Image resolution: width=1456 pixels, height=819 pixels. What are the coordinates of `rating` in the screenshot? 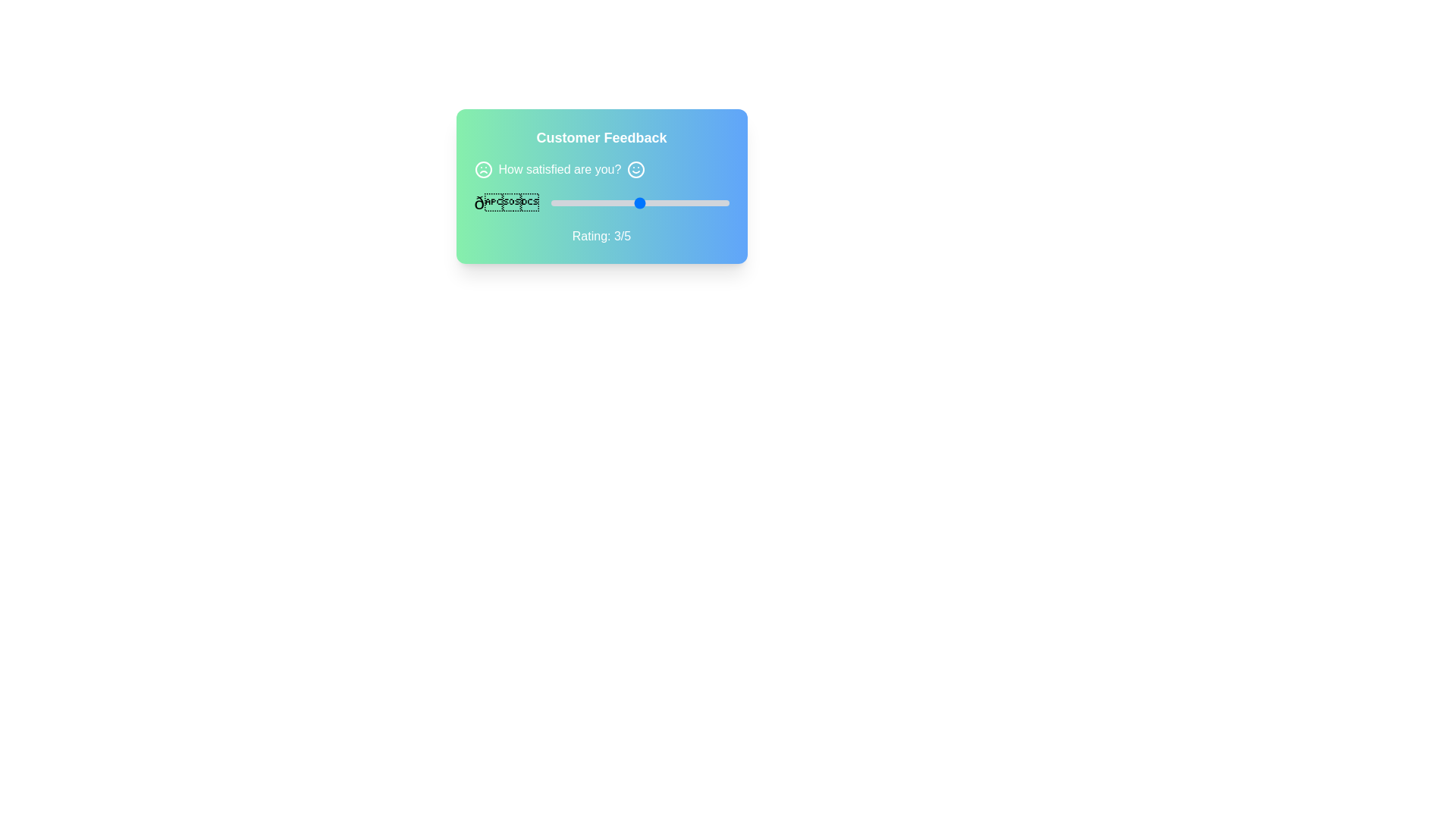 It's located at (550, 202).